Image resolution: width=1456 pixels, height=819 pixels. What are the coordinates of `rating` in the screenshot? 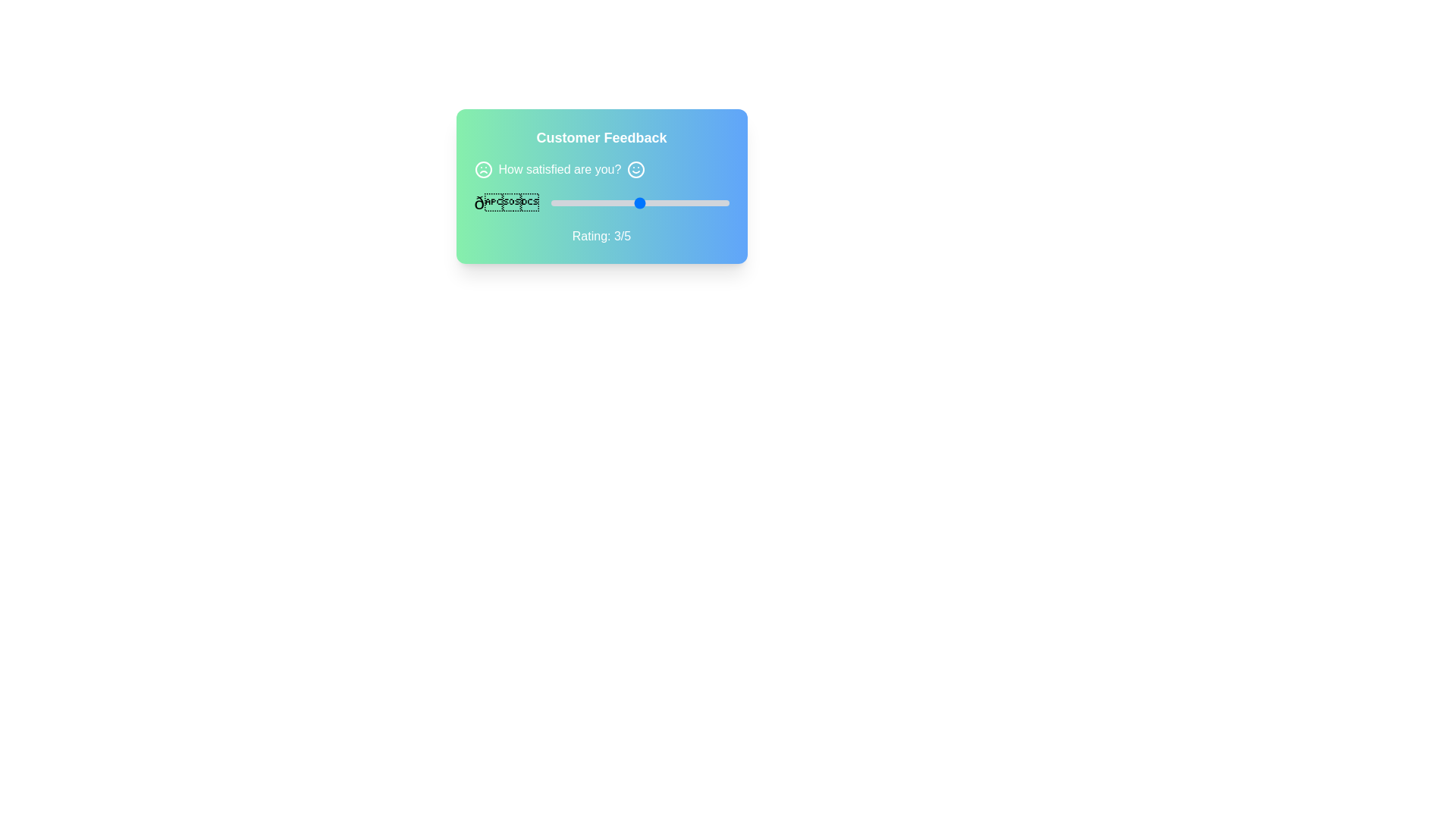 It's located at (550, 202).